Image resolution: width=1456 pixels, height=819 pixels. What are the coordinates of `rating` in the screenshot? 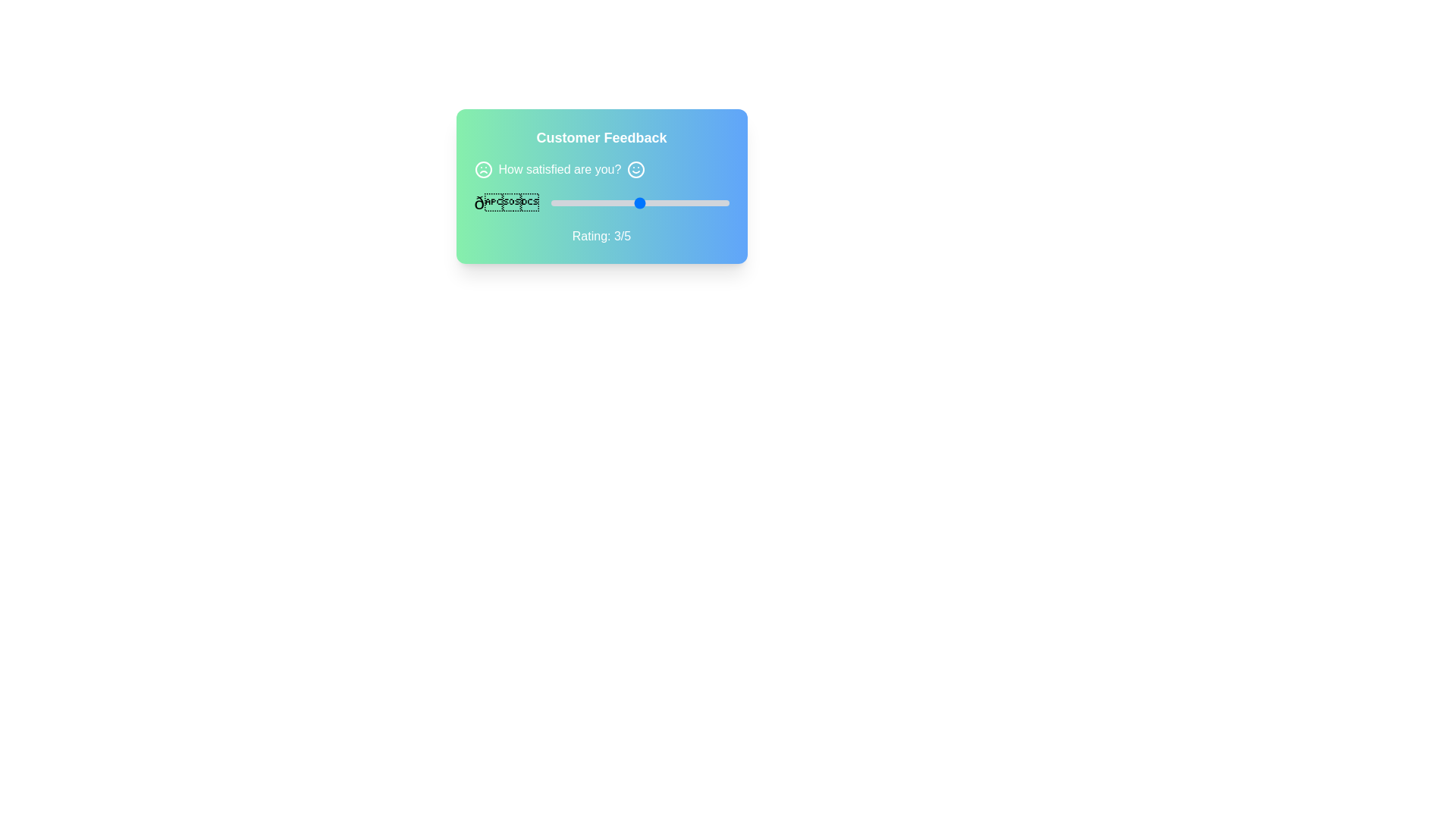 It's located at (550, 202).